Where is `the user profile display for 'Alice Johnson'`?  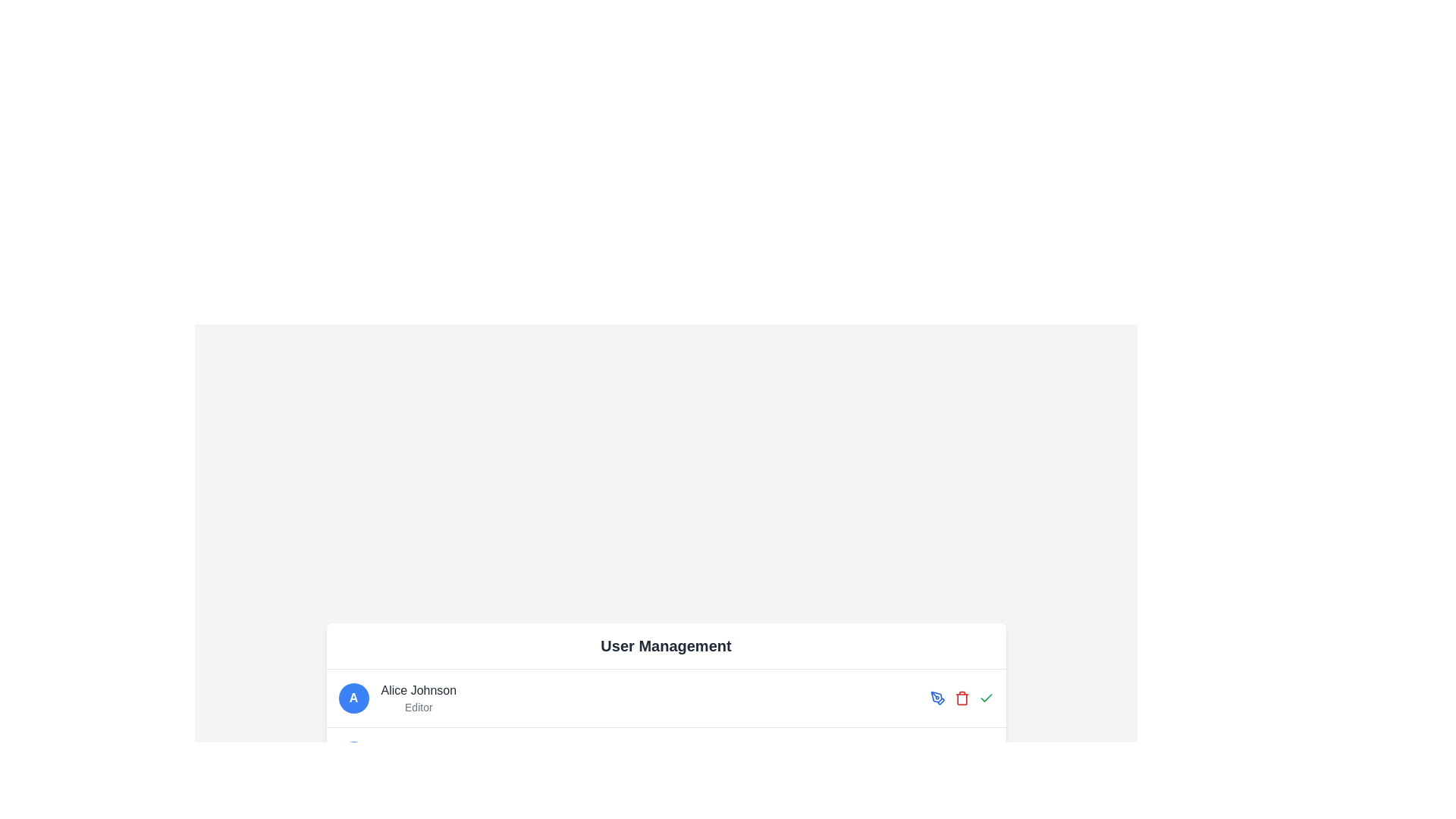 the user profile display for 'Alice Johnson' is located at coordinates (397, 698).